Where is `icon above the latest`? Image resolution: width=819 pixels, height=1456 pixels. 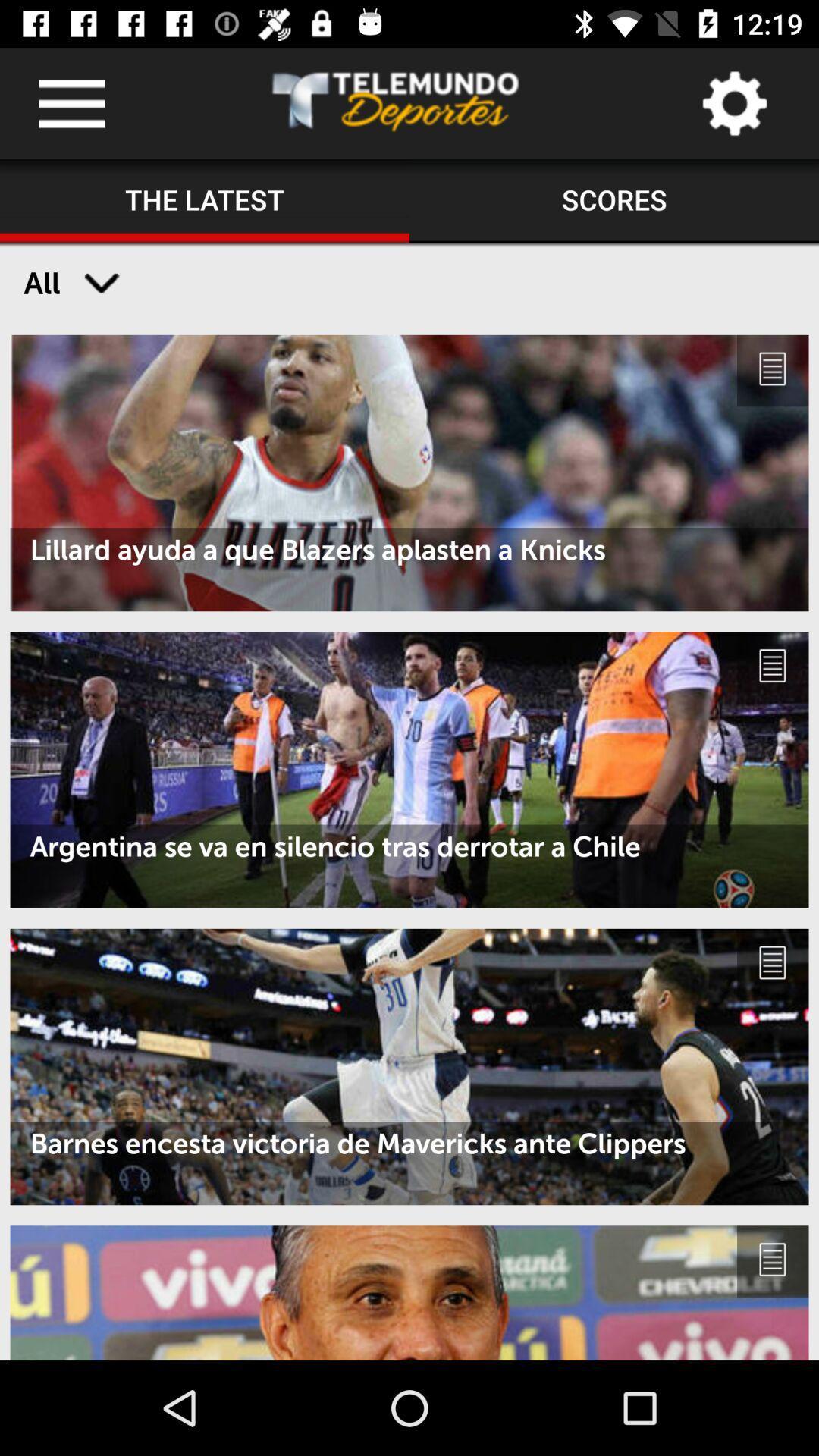
icon above the latest is located at coordinates (71, 102).